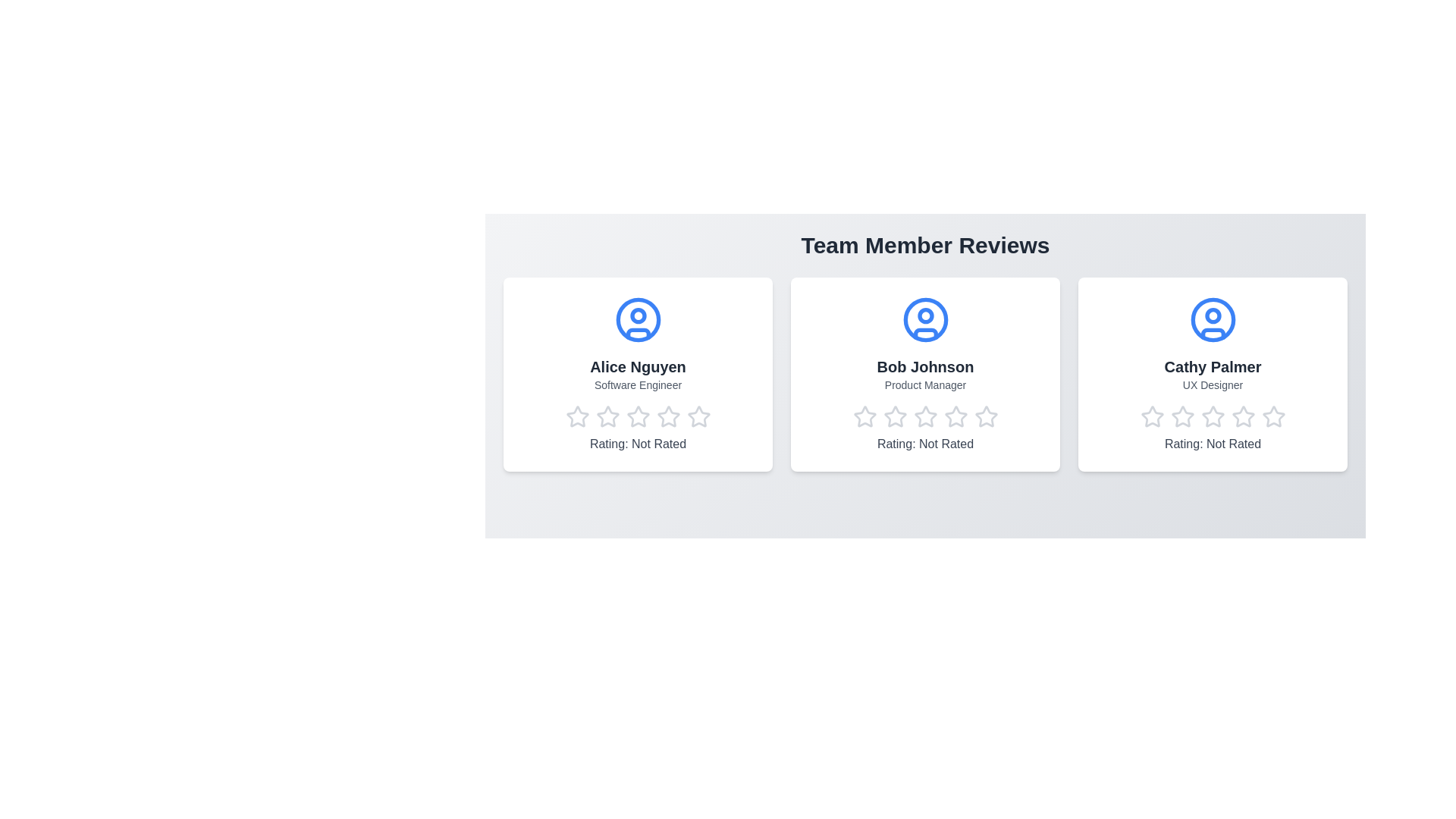 The height and width of the screenshot is (819, 1456). Describe the element at coordinates (924, 374) in the screenshot. I see `the card of the team member Bob Johnson to view their details` at that location.